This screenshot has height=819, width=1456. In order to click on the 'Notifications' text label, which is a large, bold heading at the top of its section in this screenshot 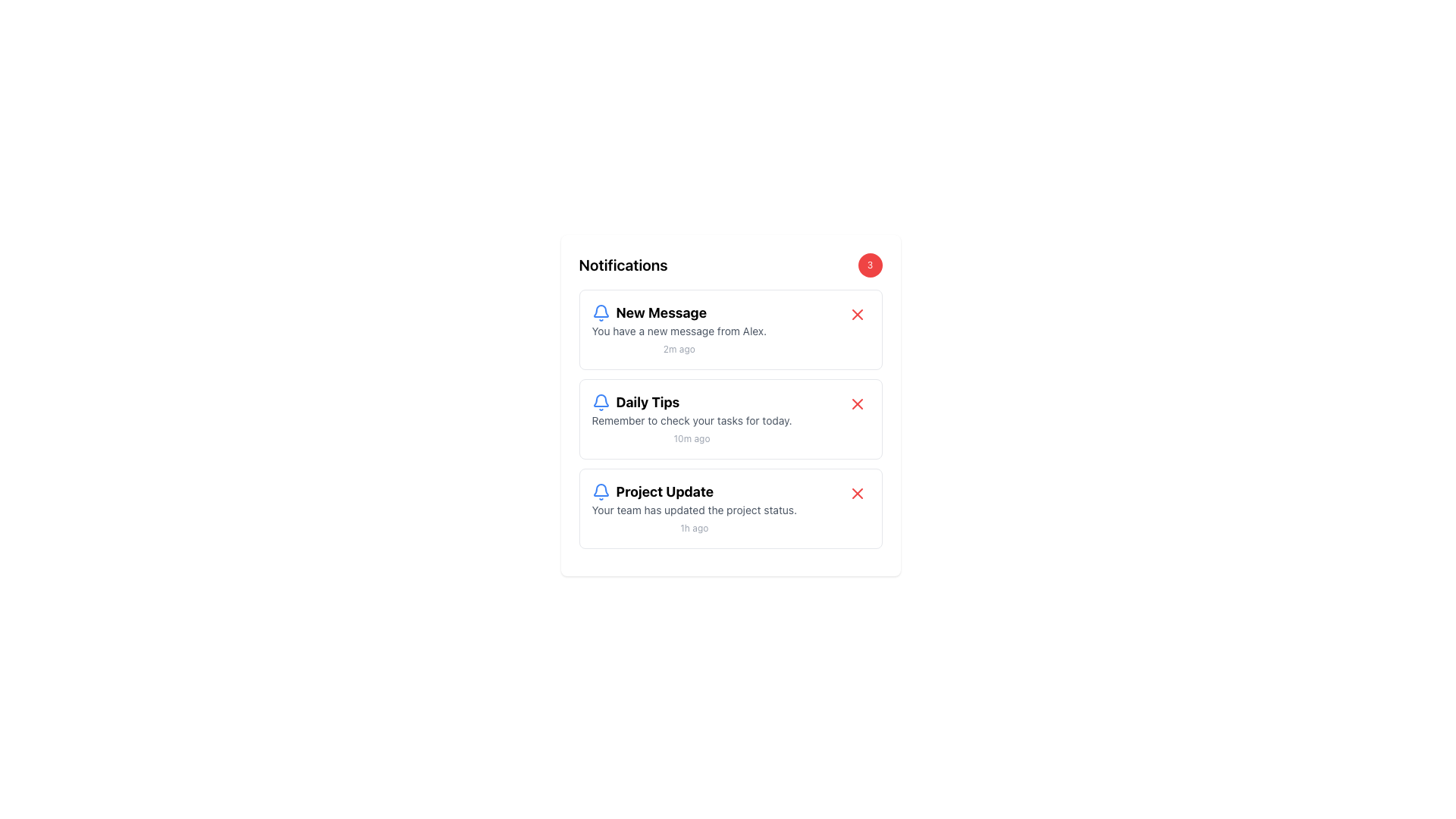, I will do `click(623, 265)`.